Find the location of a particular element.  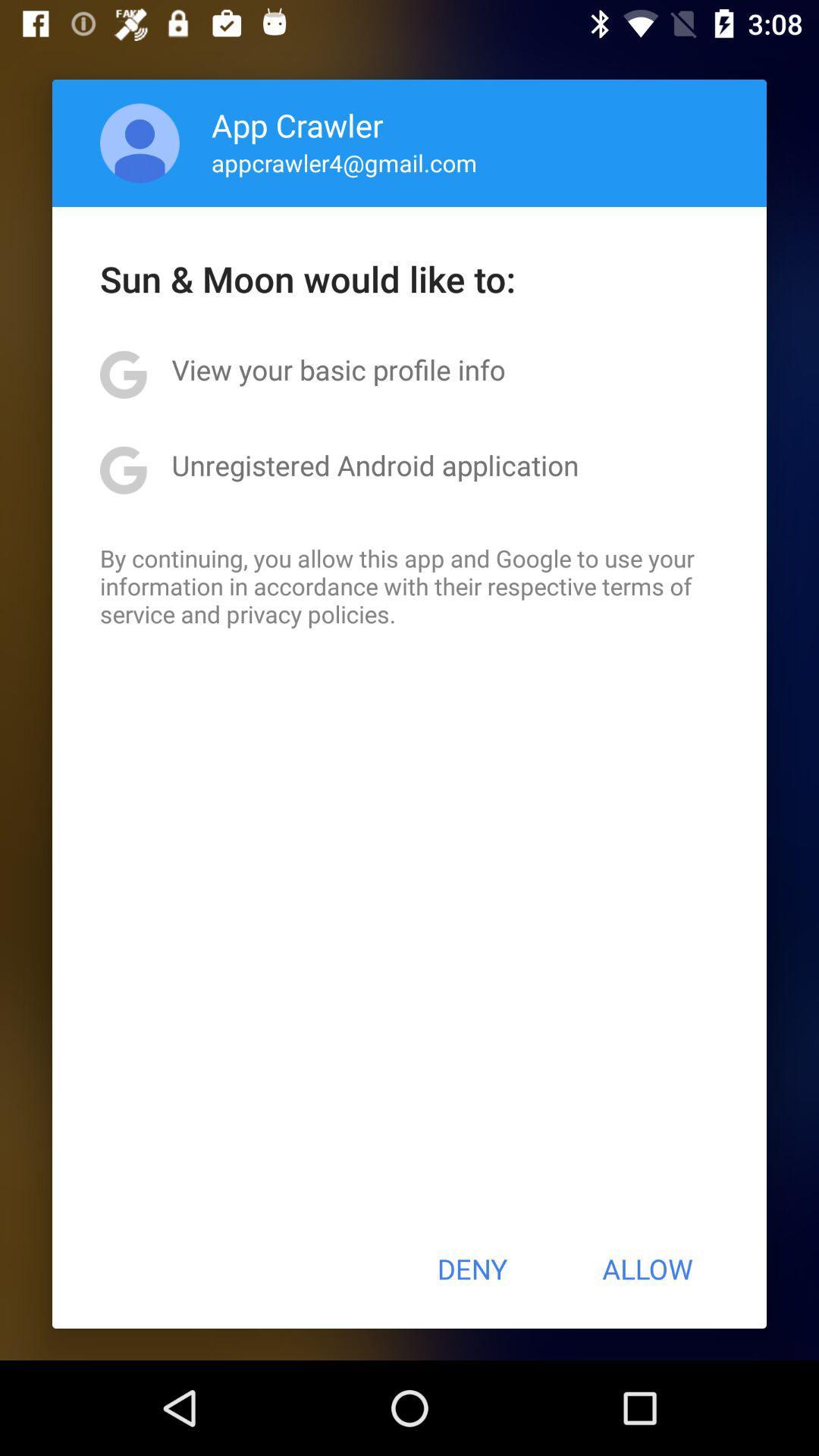

the icon above unregistered android application item is located at coordinates (337, 369).